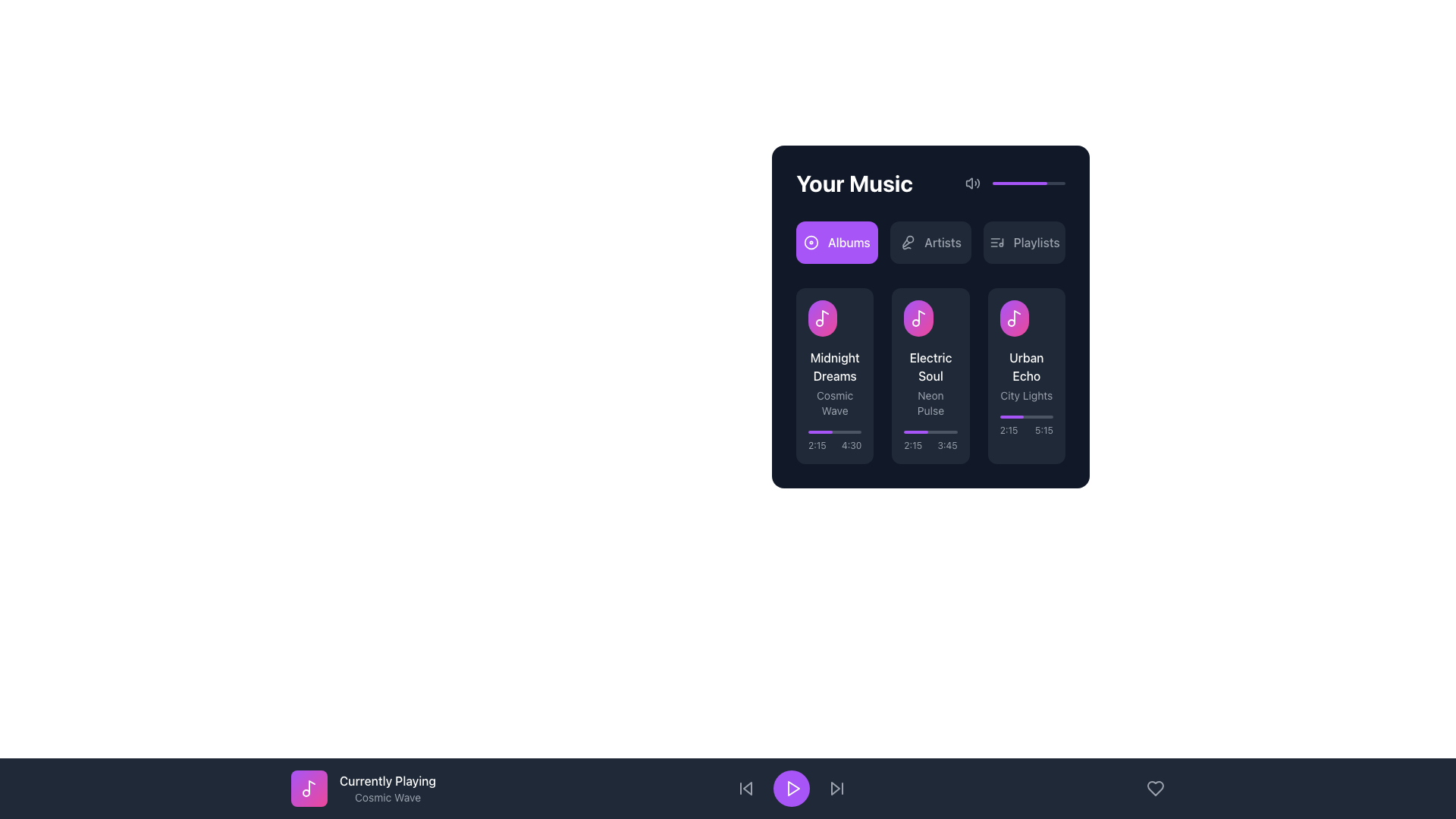 Image resolution: width=1456 pixels, height=819 pixels. What do you see at coordinates (930, 441) in the screenshot?
I see `the progress bar located at the bottom of the 'Your Music' card, beneath 'Neon Pulse' and above the card's bottom edge` at bounding box center [930, 441].